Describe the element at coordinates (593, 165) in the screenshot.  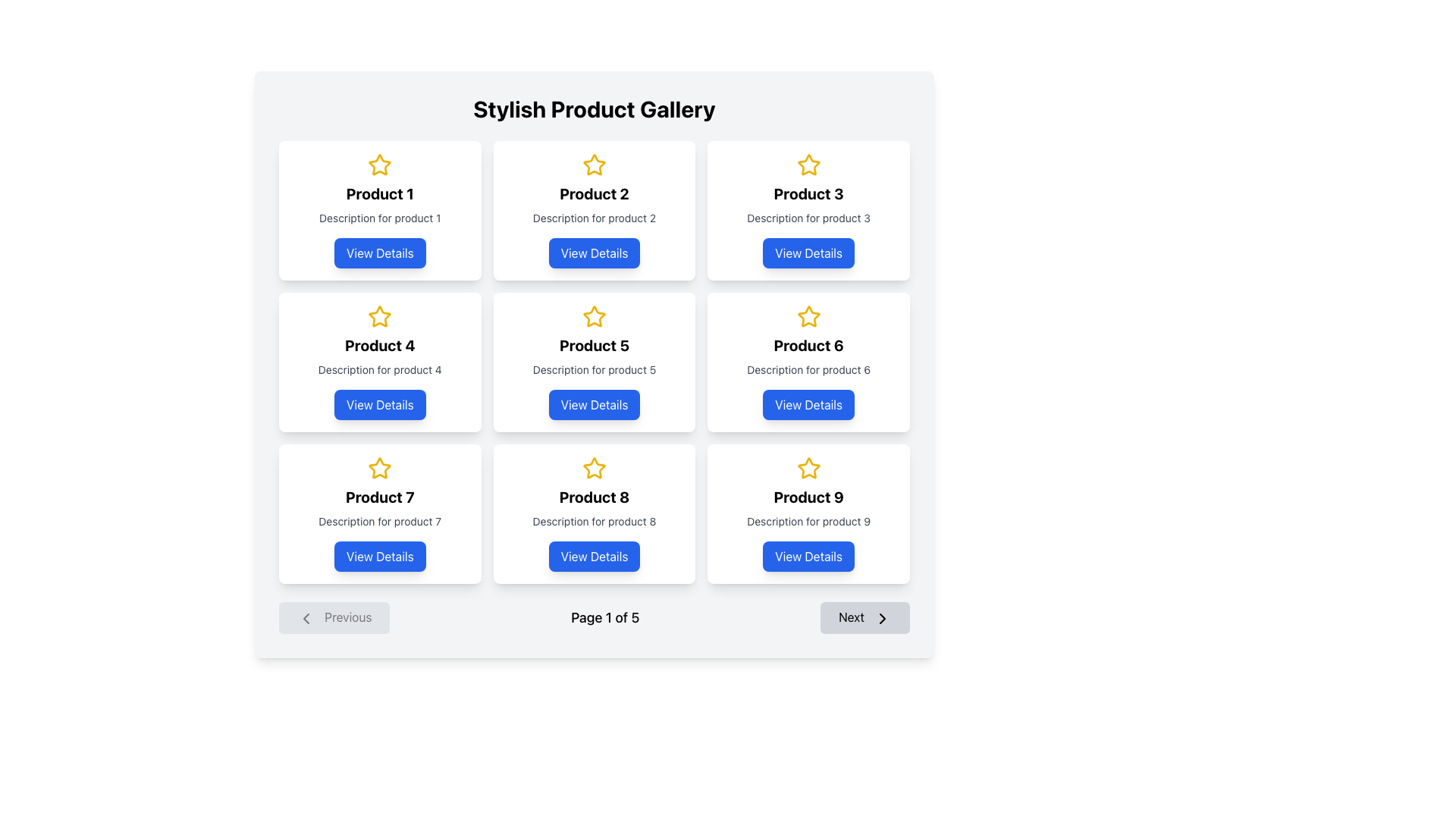
I see `the star icon representing the rating or favorite status for 'Product 2', located at the top of its card` at that location.